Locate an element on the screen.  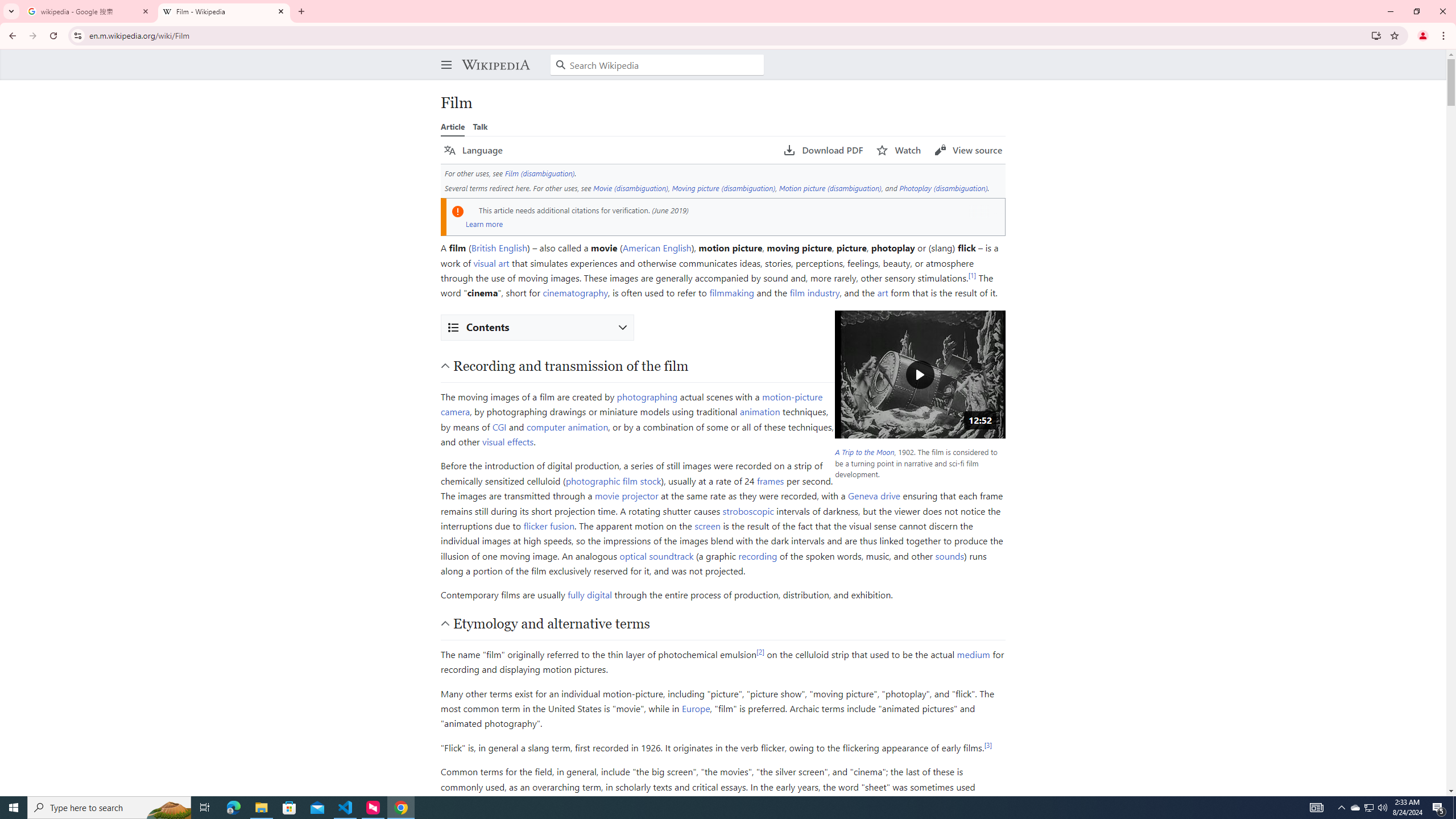
'Film - Wikipedia' is located at coordinates (224, 11).